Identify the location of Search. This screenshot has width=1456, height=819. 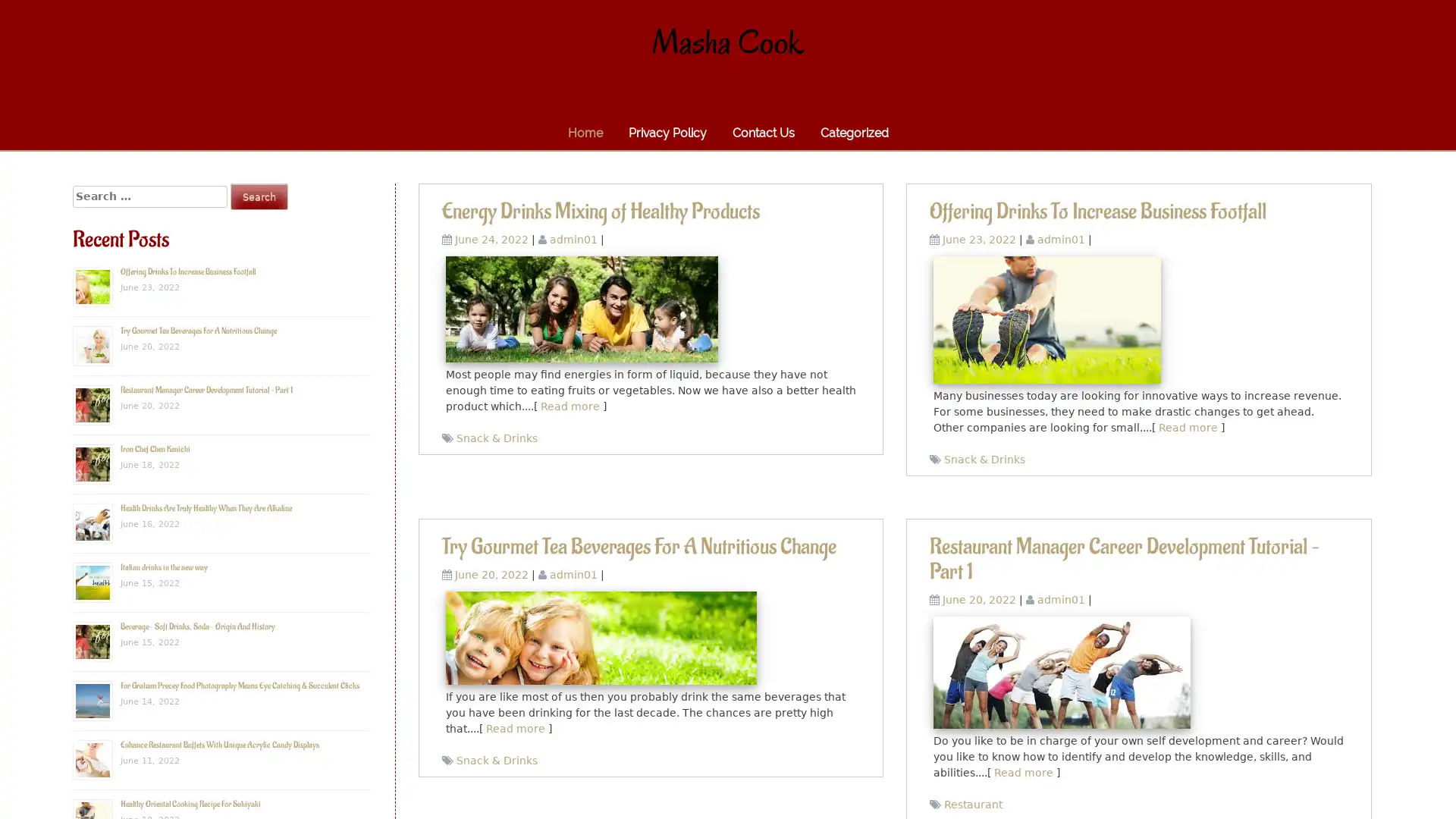
(259, 196).